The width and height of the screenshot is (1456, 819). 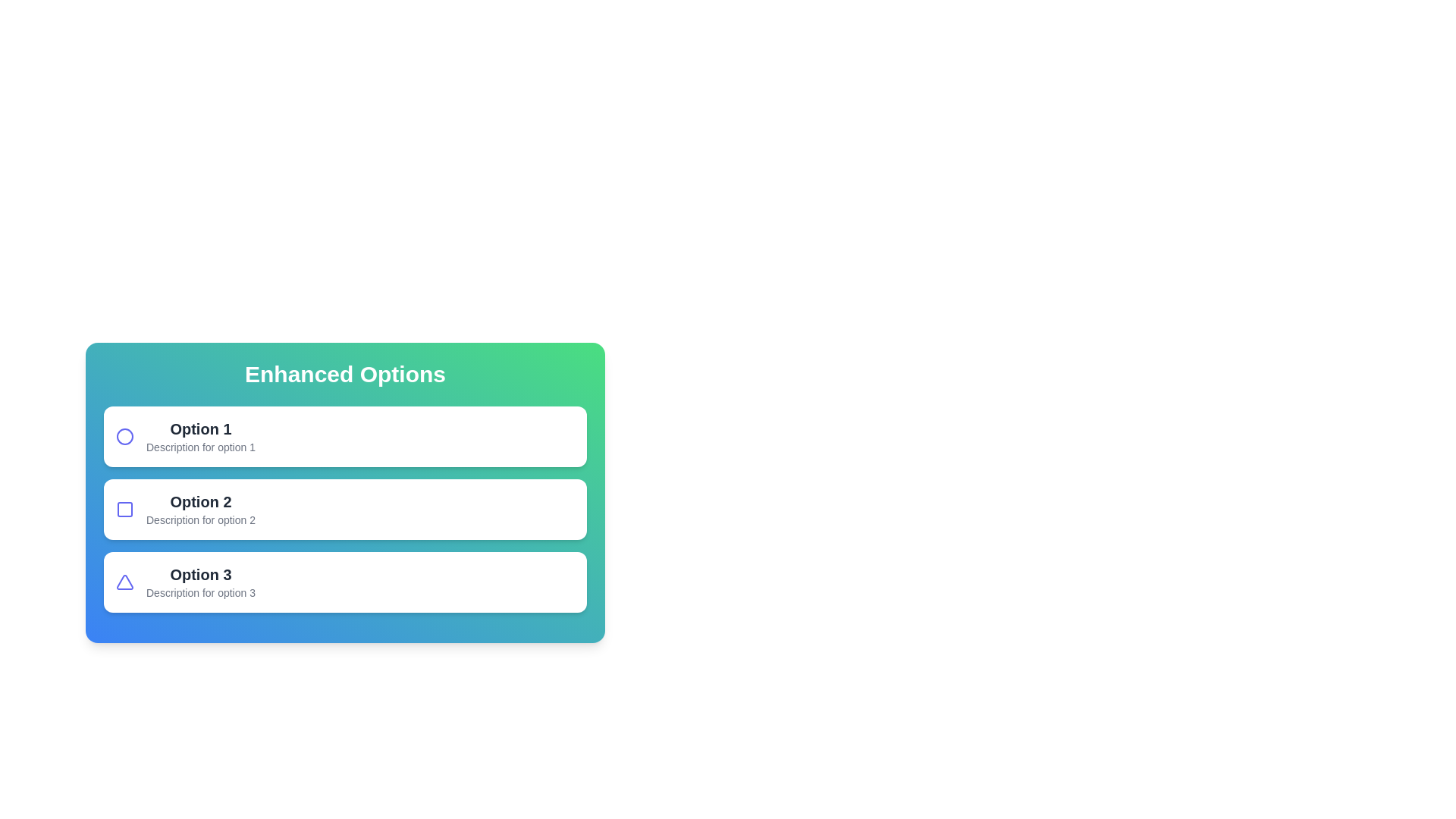 I want to click on the text label displaying 'Description for option 3', which is styled in muted grey and positioned below the heading 'Option 3', so click(x=199, y=592).